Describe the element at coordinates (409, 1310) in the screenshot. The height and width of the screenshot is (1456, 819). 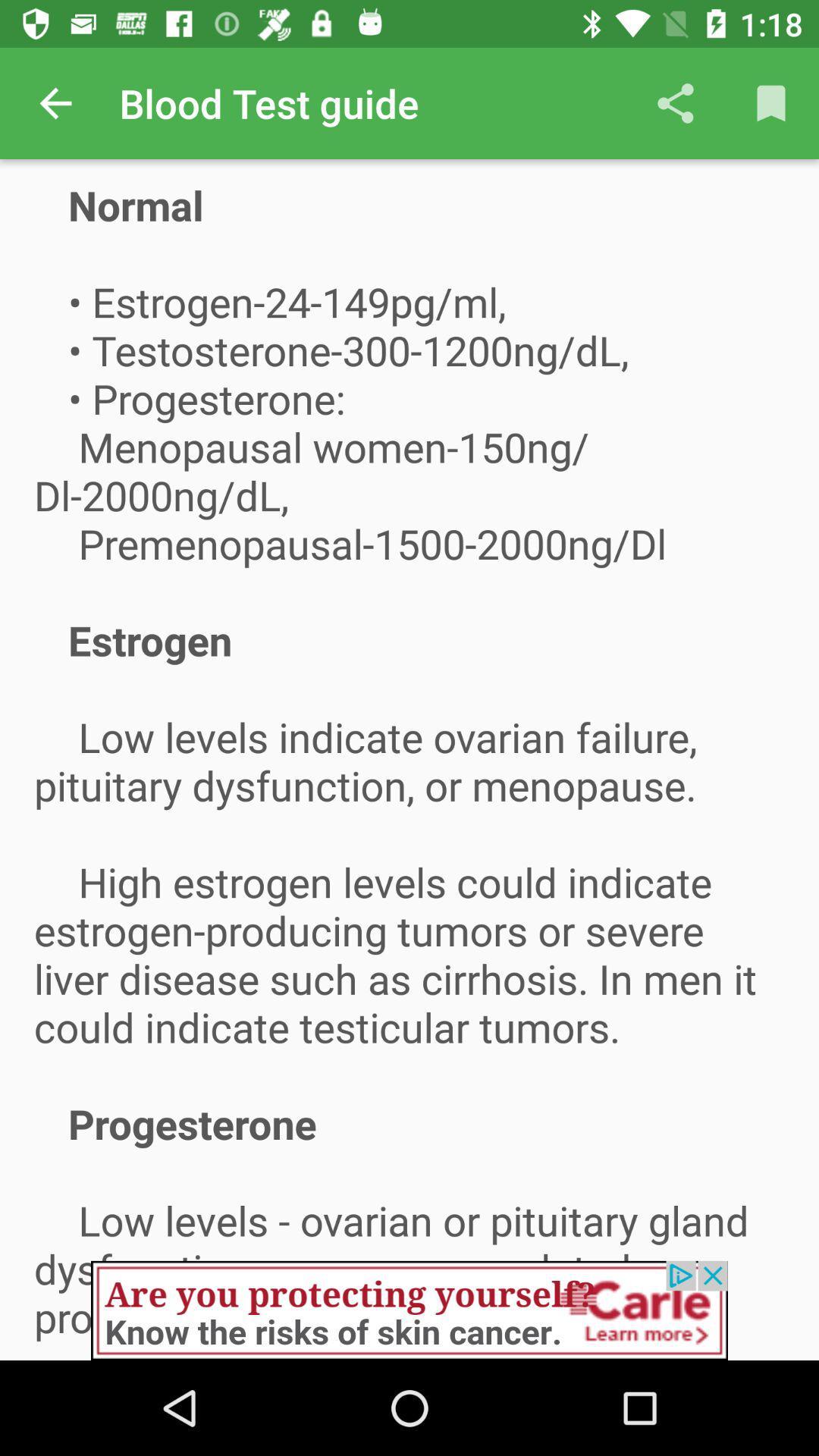
I see `click advertisement` at that location.